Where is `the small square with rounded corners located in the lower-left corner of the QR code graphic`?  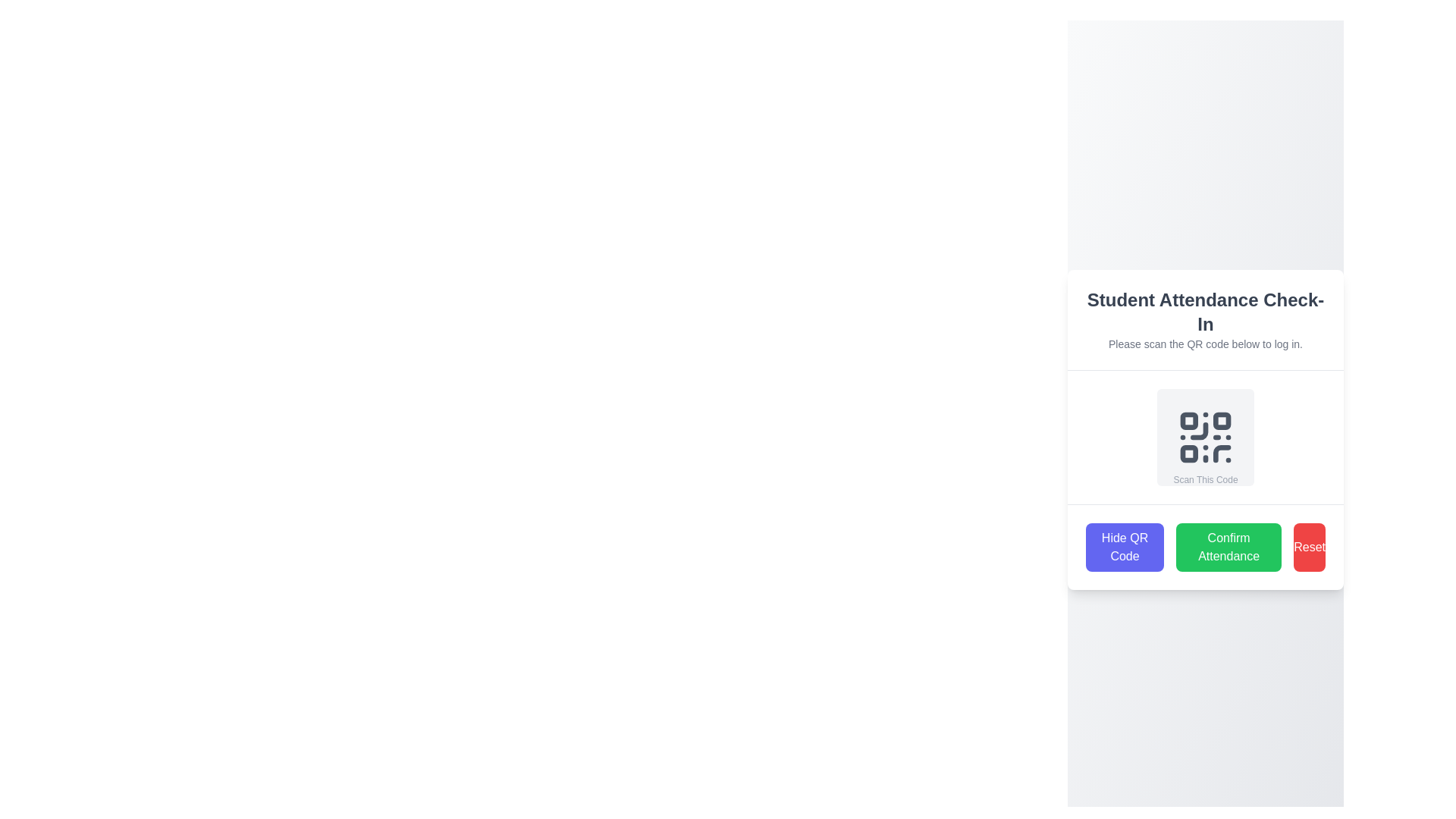 the small square with rounded corners located in the lower-left corner of the QR code graphic is located at coordinates (1188, 452).